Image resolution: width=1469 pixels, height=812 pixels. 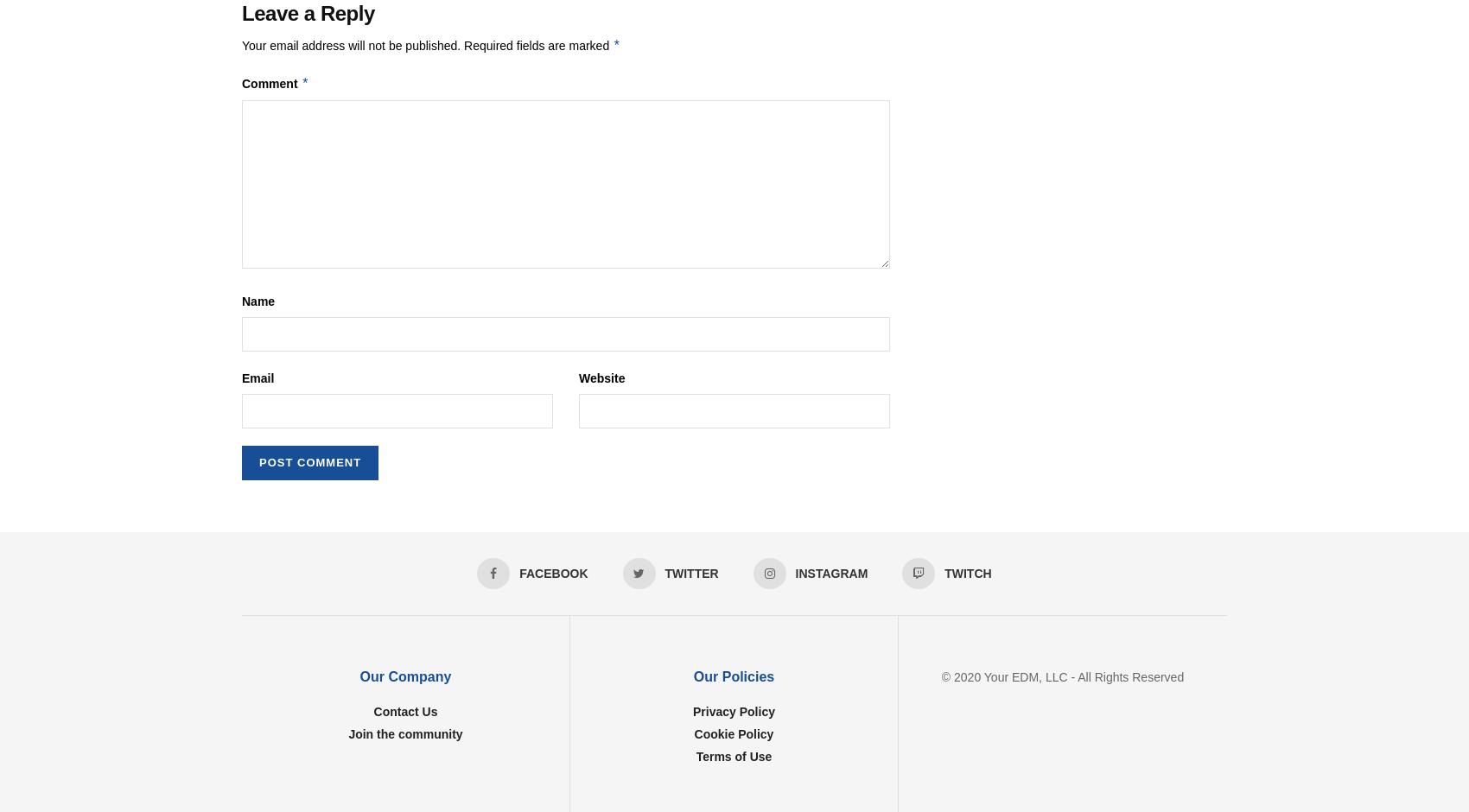 I want to click on 'Leave a Reply', so click(x=307, y=12).